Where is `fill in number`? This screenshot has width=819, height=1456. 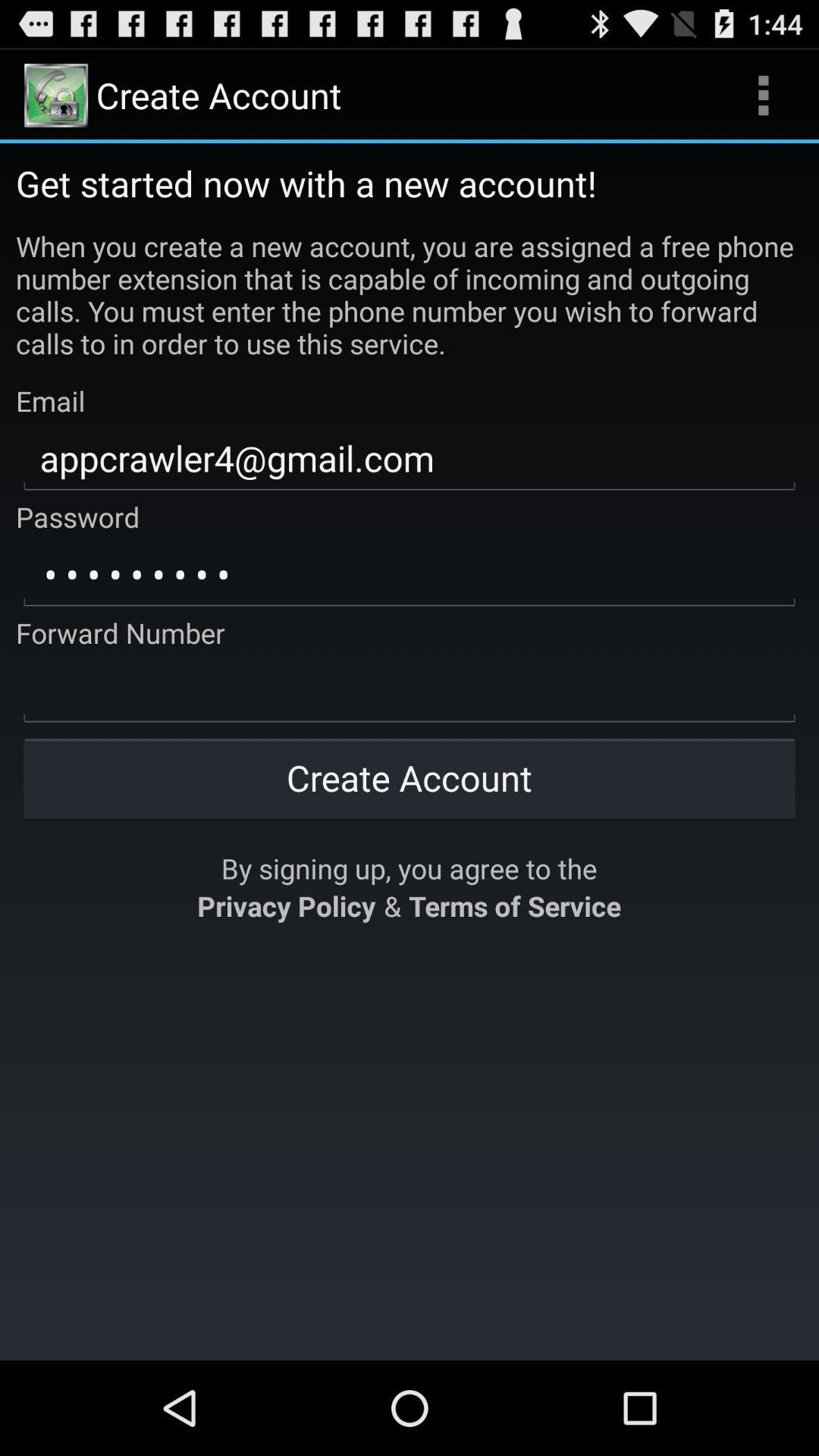 fill in number is located at coordinates (409, 690).